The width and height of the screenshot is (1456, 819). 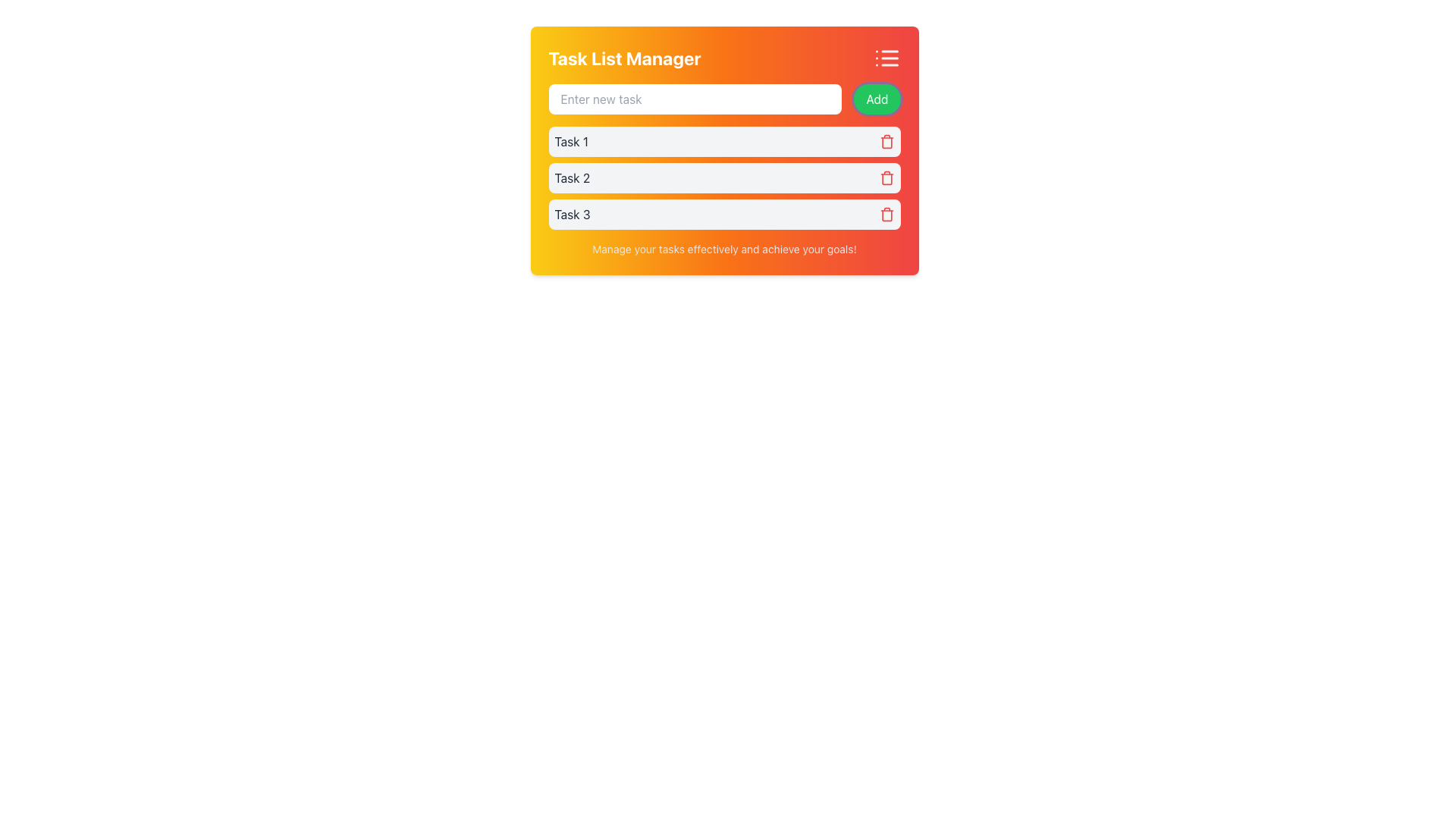 What do you see at coordinates (723, 248) in the screenshot?
I see `the Static Text Section located at the bottom of the task list manager, which provides instructional or motivational messages to users` at bounding box center [723, 248].